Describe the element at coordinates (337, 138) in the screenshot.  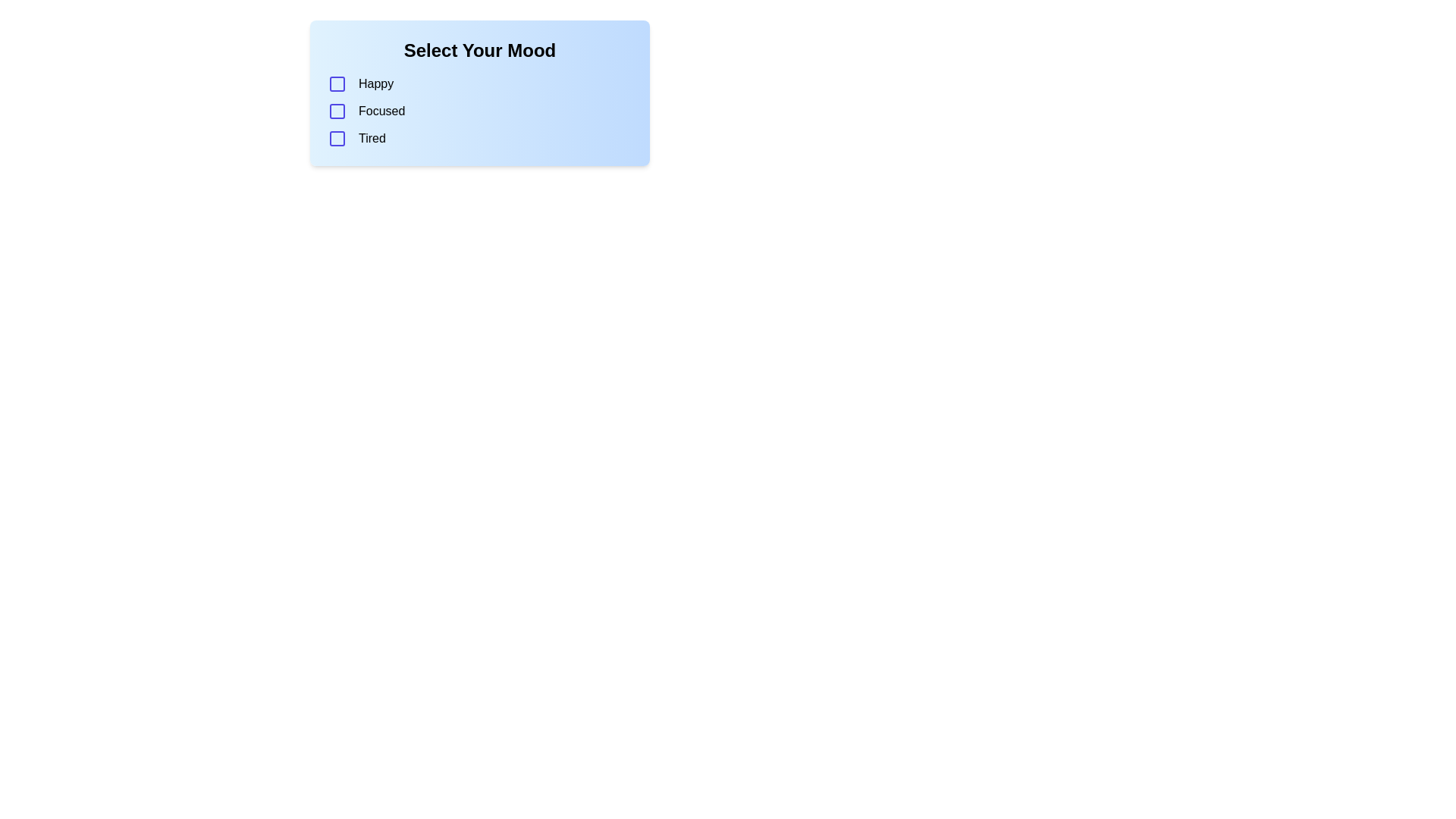
I see `the checkbox for selecting the mood labeled 'Tired', which is the third element in a vertically stacked list of mood indicators` at that location.